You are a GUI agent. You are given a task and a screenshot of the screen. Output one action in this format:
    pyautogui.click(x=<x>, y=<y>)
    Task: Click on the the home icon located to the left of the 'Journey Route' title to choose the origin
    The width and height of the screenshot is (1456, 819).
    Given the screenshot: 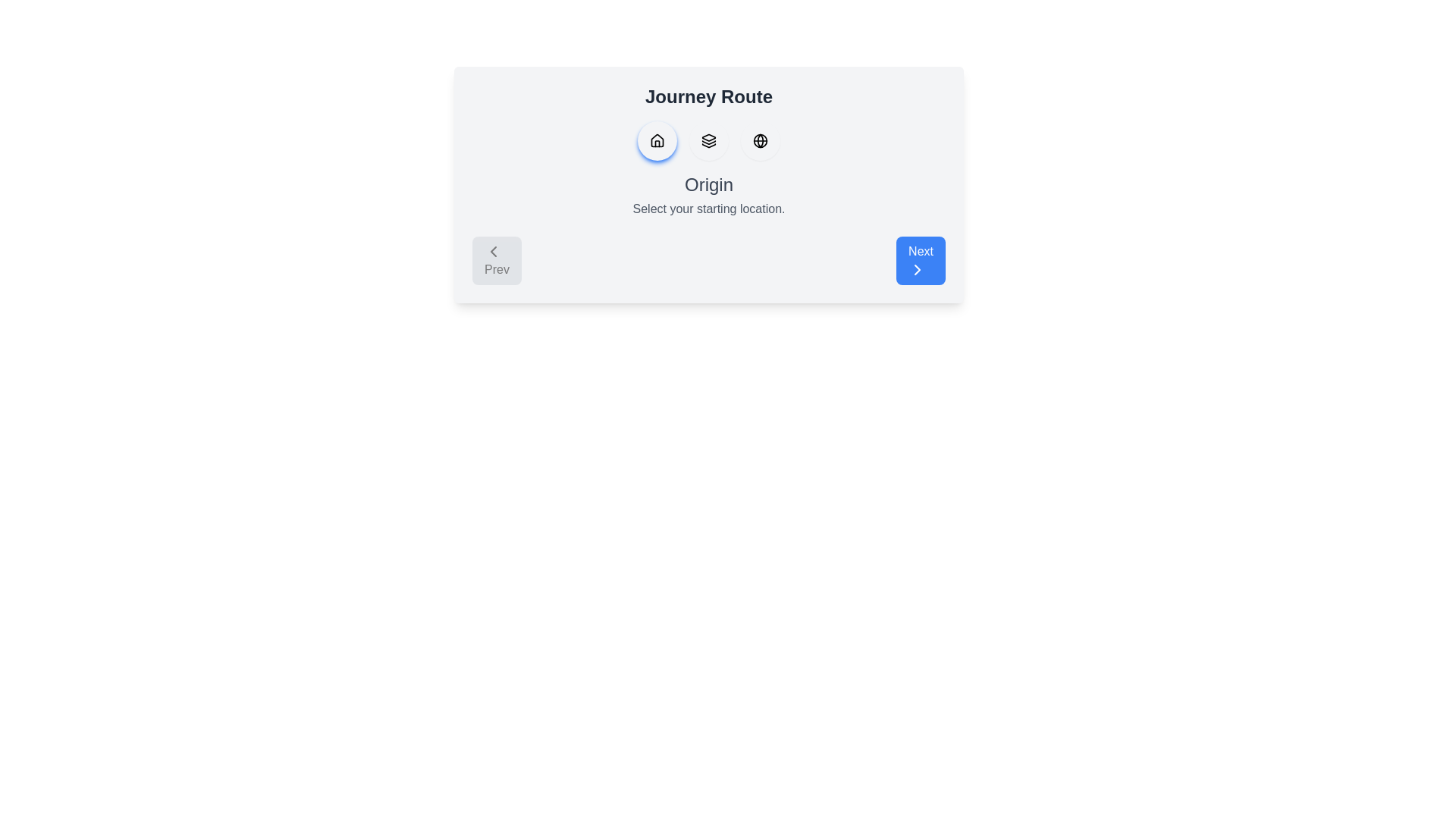 What is the action you would take?
    pyautogui.click(x=657, y=140)
    